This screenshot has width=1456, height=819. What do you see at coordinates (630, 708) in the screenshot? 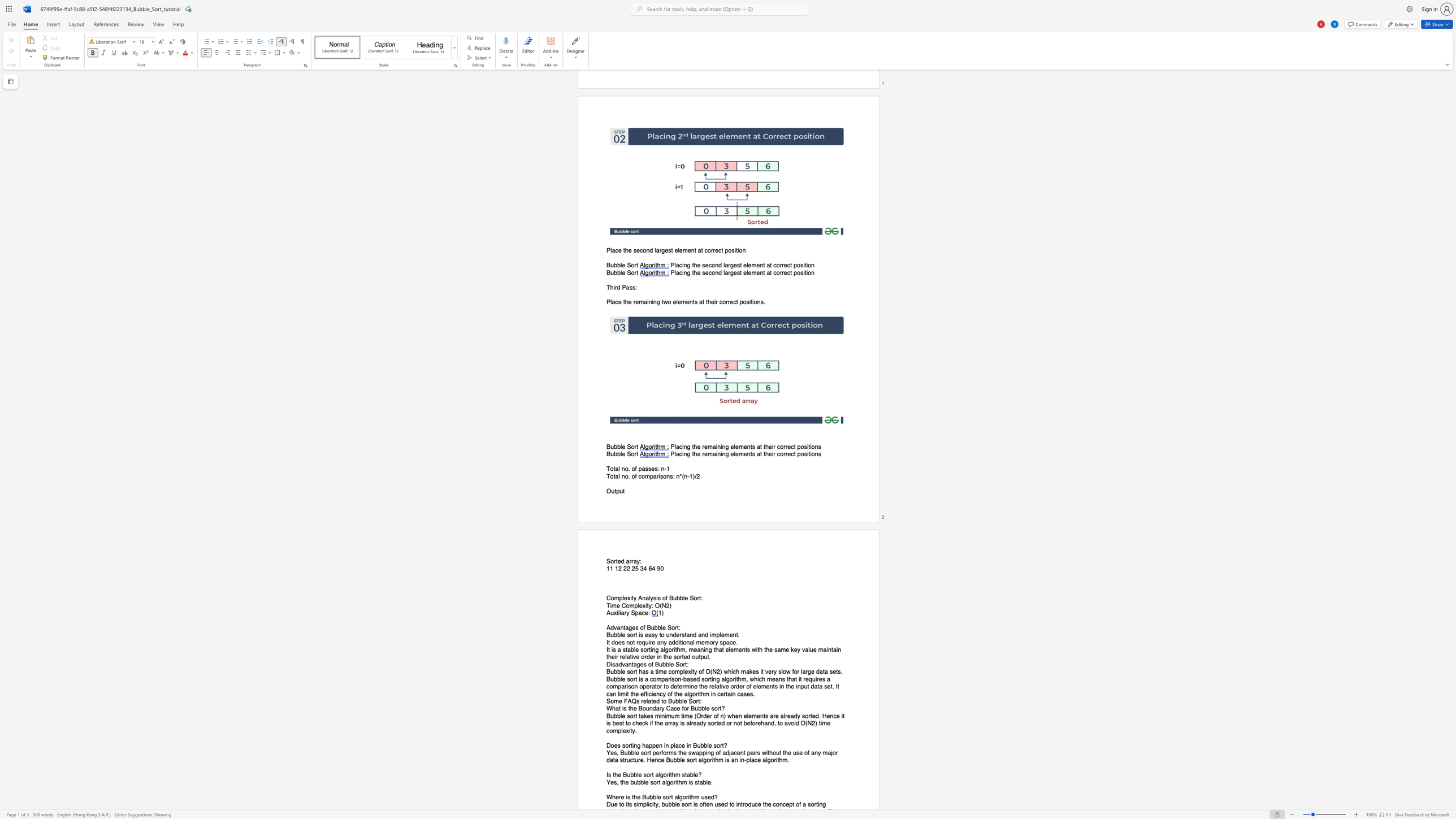
I see `the subset text "he Boundary Case for Bubble sort?" within the text "What is the Boundary Case for Bubble sort?"` at bounding box center [630, 708].